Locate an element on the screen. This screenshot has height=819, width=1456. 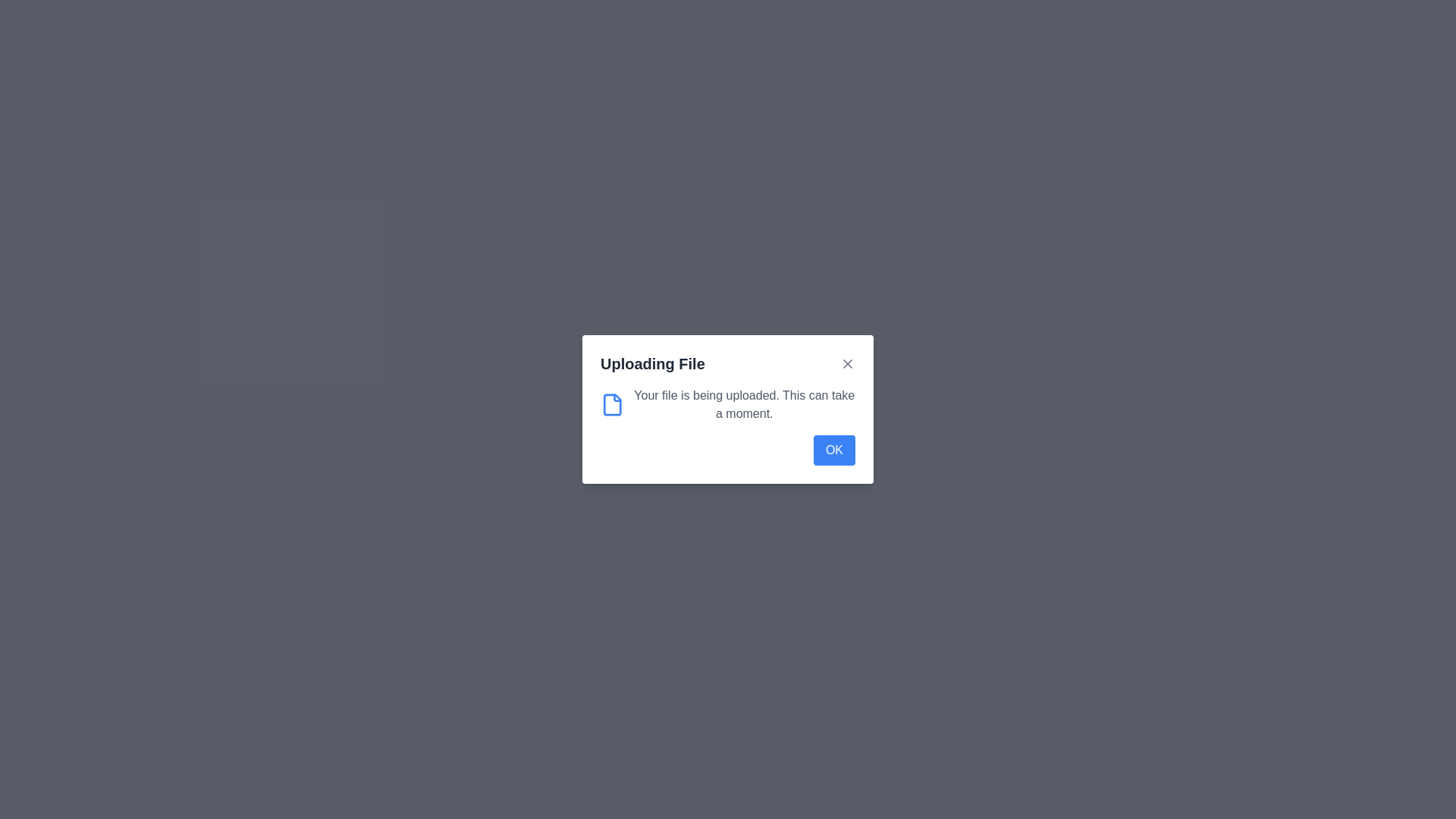
the title text label of the dialog box that indicates the file uploading process, located in the upper-left section of the header area is located at coordinates (652, 363).